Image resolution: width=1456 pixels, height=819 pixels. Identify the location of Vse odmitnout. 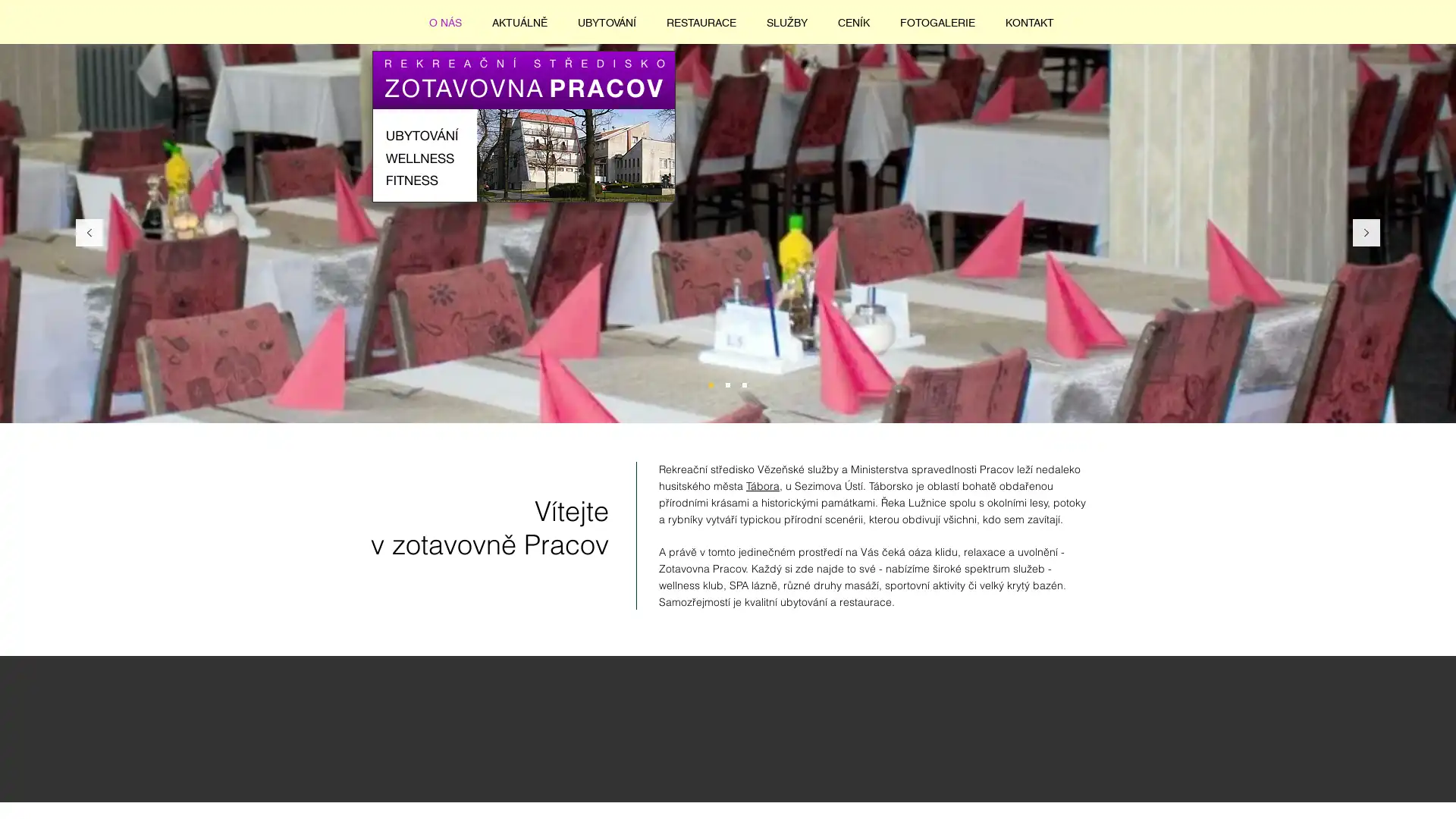
(1287, 792).